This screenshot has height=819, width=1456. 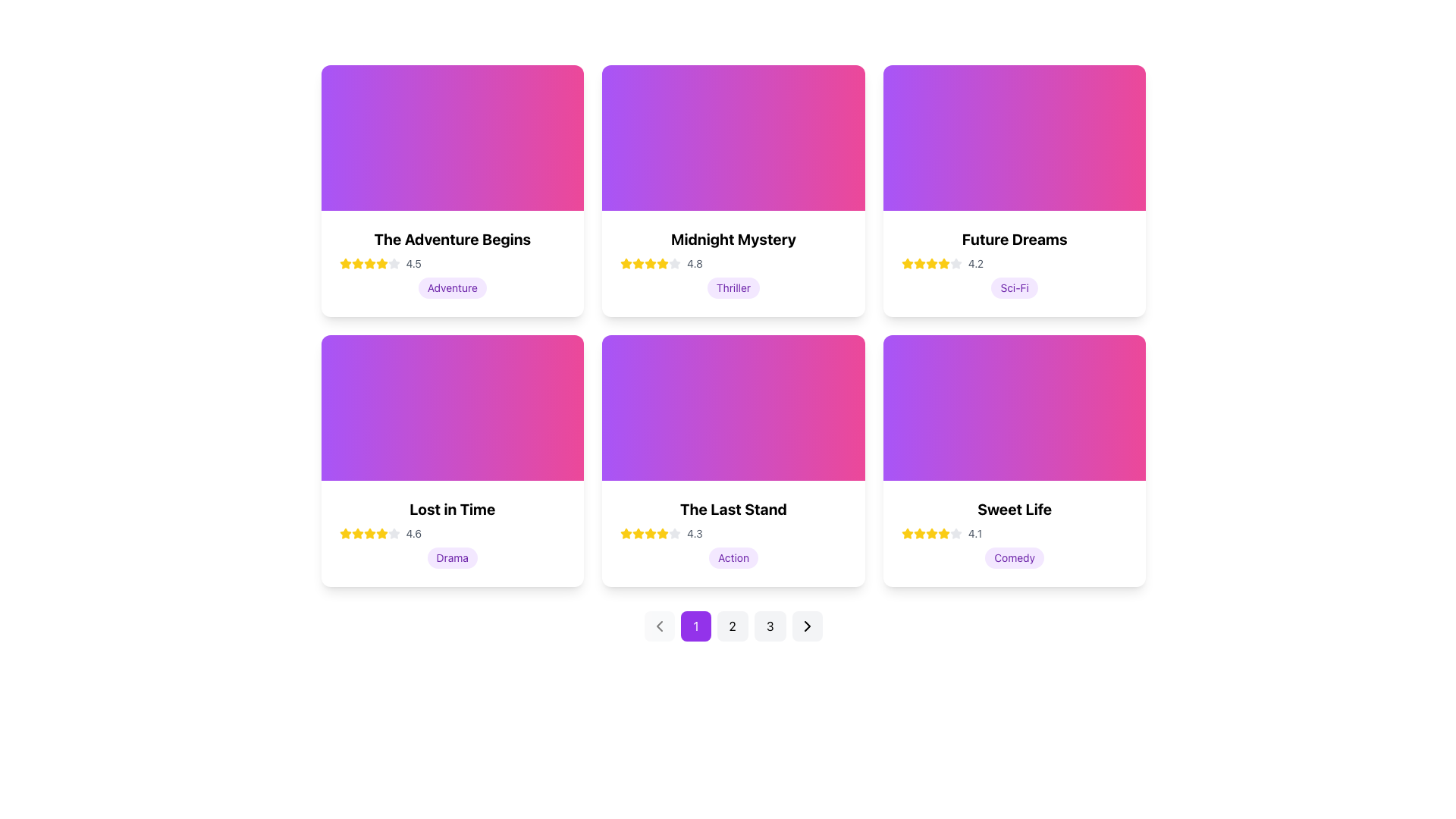 What do you see at coordinates (451, 533) in the screenshot?
I see `the card labeled 'Lost in Time'` at bounding box center [451, 533].